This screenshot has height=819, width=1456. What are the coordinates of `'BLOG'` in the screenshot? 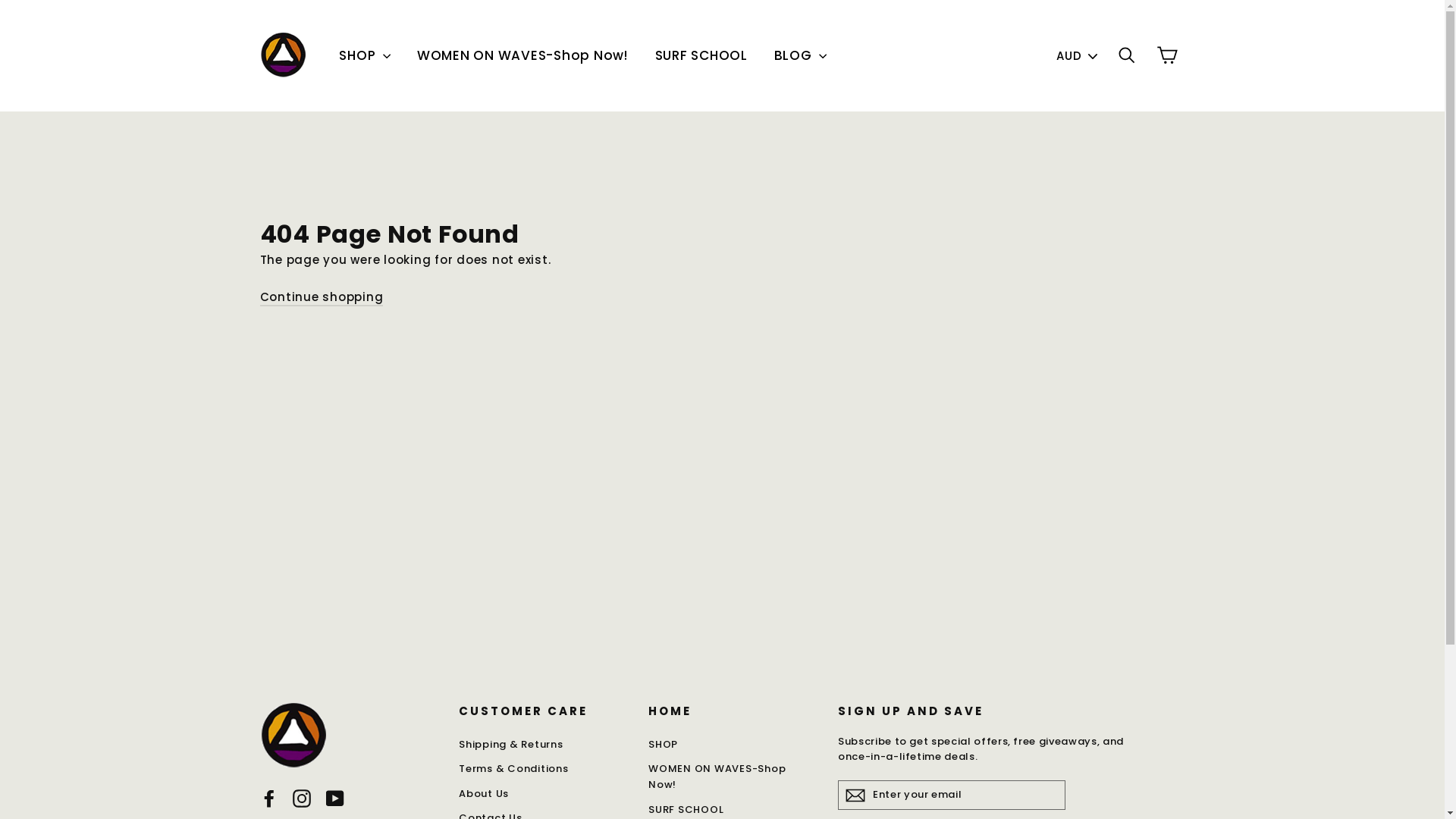 It's located at (800, 55).